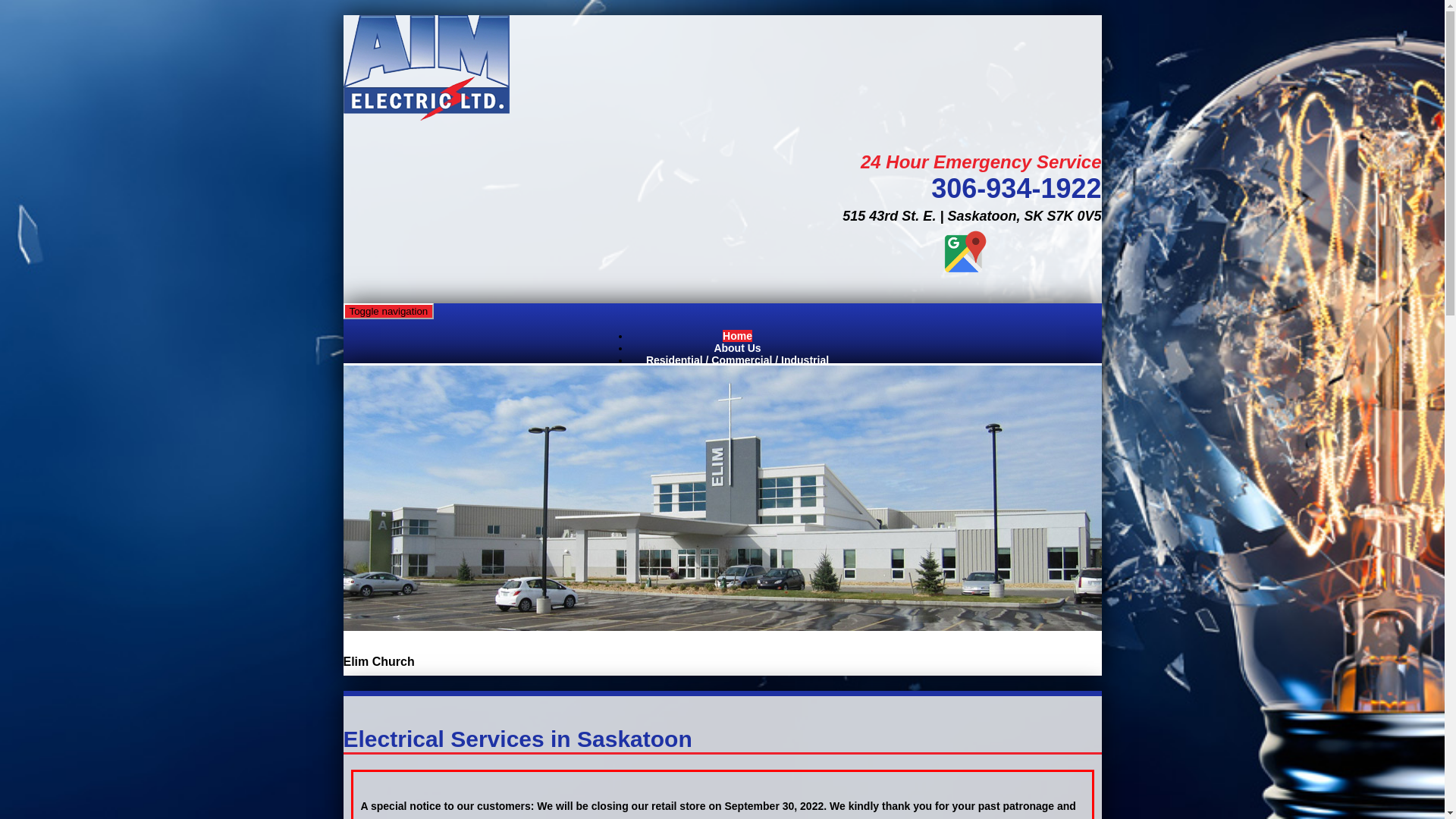 This screenshot has width=1456, height=819. Describe the element at coordinates (712, 348) in the screenshot. I see `'About Us'` at that location.